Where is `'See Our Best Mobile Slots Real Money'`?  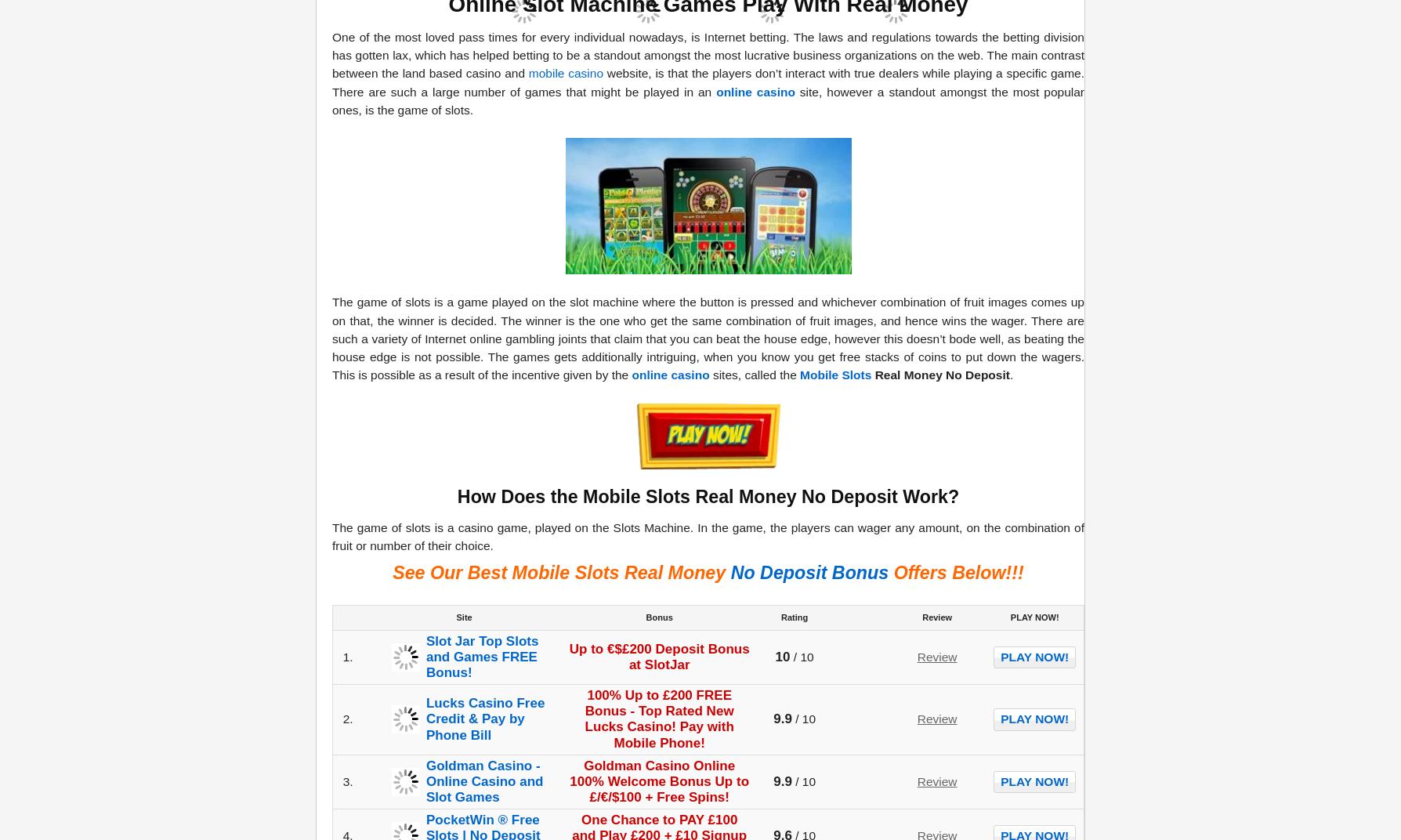
'See Our Best Mobile Slots Real Money' is located at coordinates (392, 571).